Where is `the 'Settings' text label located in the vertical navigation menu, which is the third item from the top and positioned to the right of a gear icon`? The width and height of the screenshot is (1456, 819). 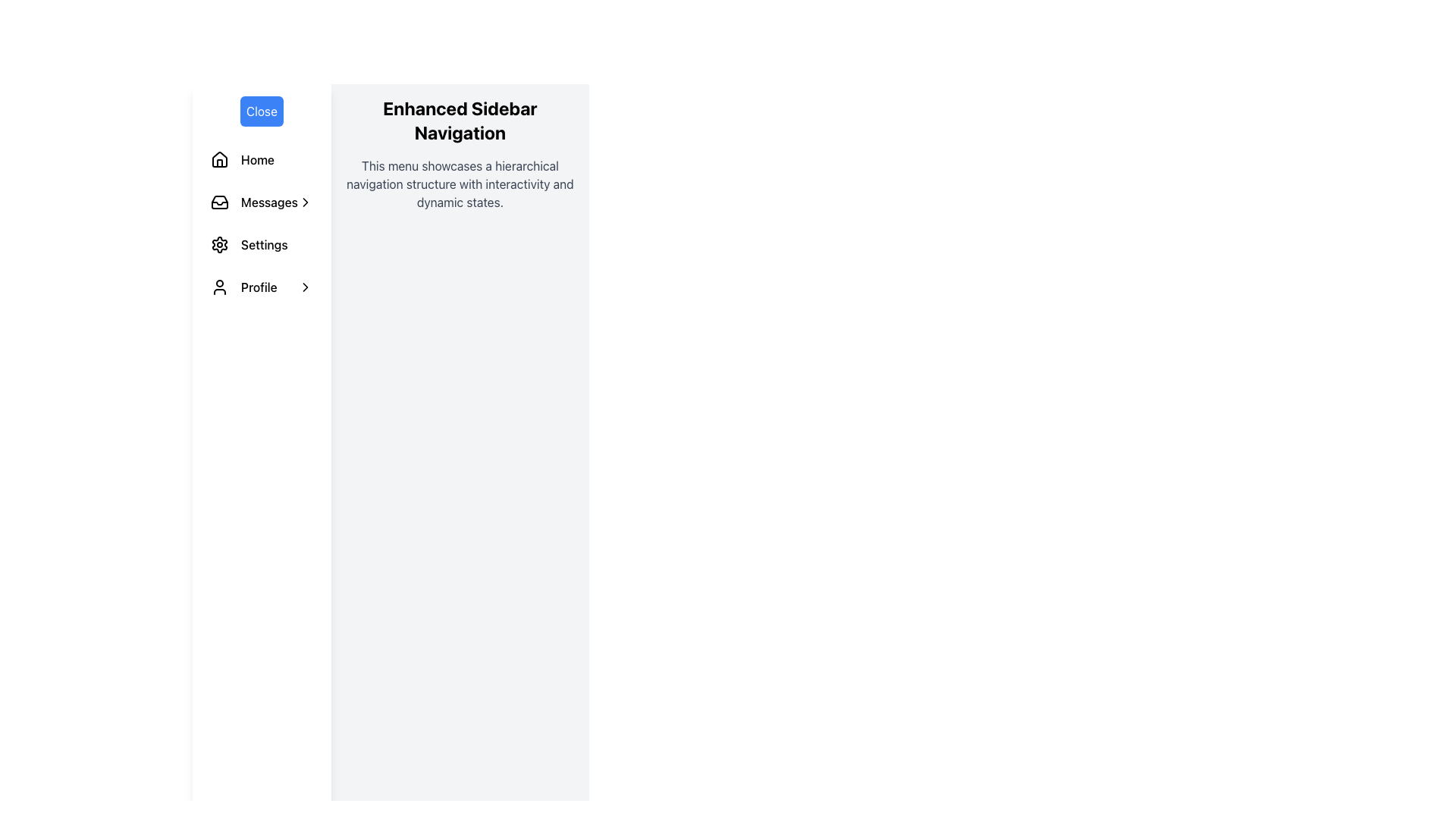 the 'Settings' text label located in the vertical navigation menu, which is the third item from the top and positioned to the right of a gear icon is located at coordinates (277, 244).